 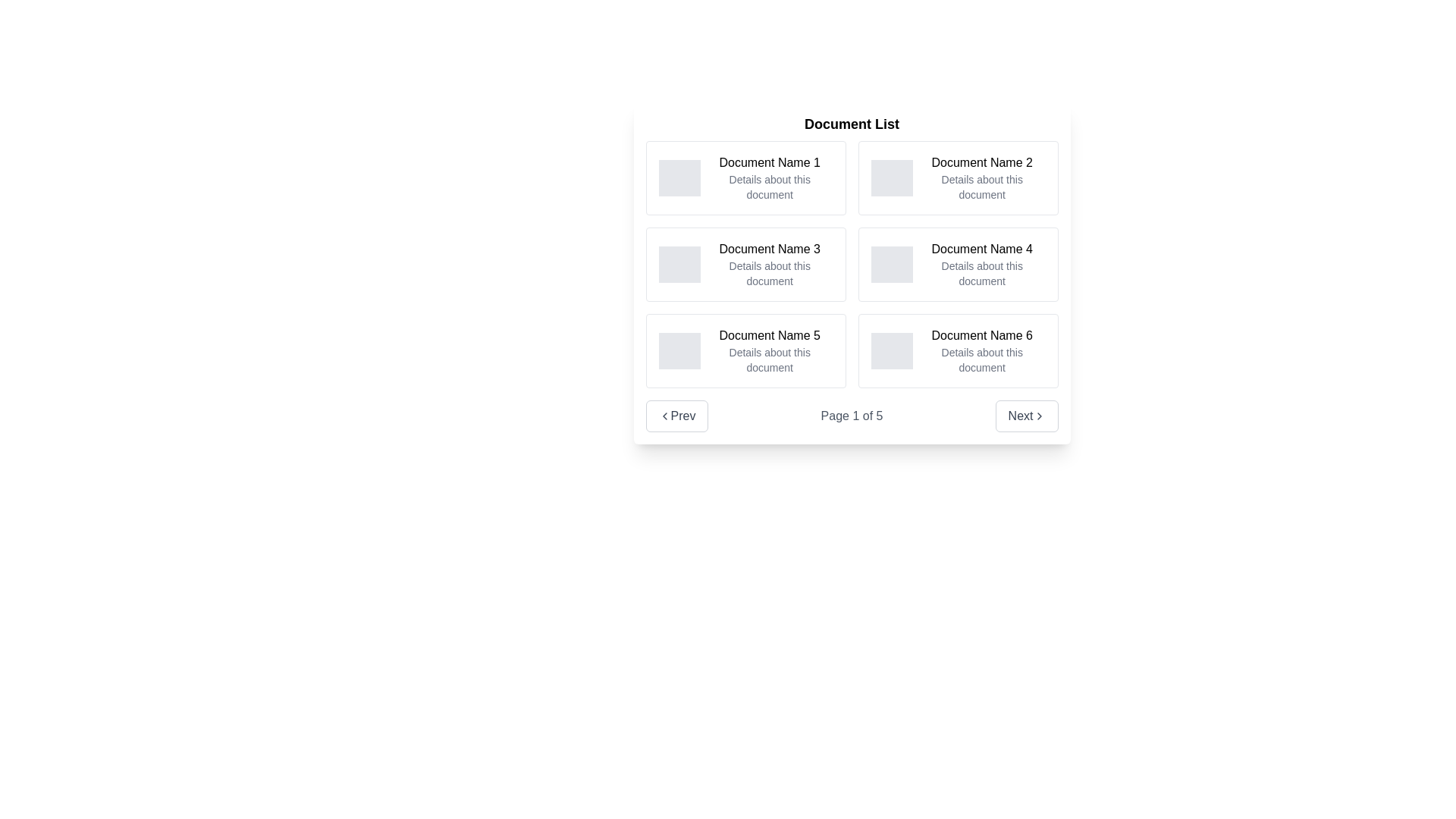 What do you see at coordinates (982, 263) in the screenshot?
I see `the informational Text display that shows the title and description of a specific document, located in the second item of the second row in the 'Document List' component` at bounding box center [982, 263].